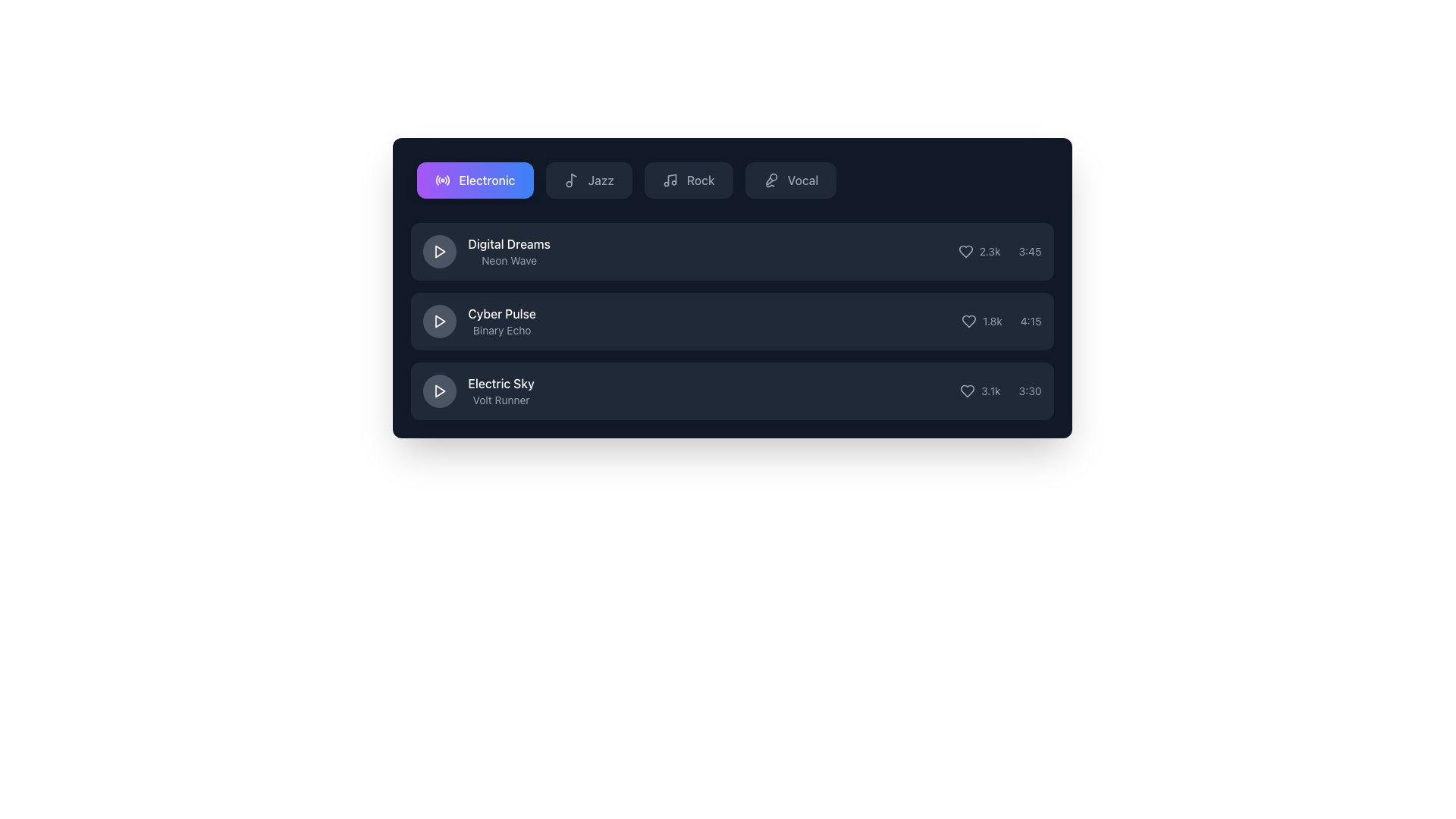 The height and width of the screenshot is (819, 1456). Describe the element at coordinates (509, 250) in the screenshot. I see `the Text label representing the title and description of a selectable item in the media interface, located to the right of the circular play button` at that location.